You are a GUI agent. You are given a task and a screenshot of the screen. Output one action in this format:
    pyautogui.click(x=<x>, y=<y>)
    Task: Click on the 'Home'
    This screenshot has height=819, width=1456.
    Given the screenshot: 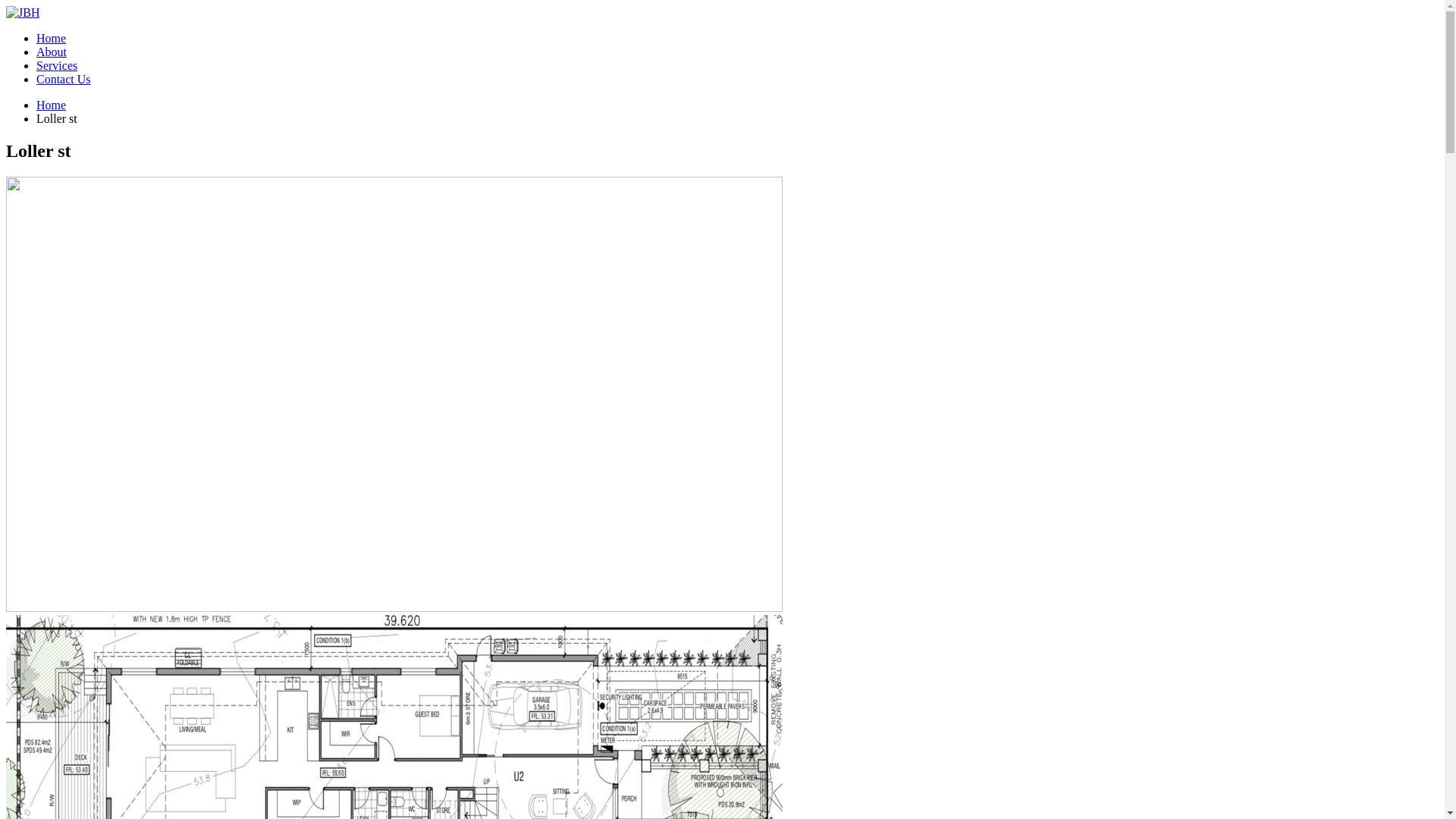 What is the action you would take?
    pyautogui.click(x=51, y=37)
    